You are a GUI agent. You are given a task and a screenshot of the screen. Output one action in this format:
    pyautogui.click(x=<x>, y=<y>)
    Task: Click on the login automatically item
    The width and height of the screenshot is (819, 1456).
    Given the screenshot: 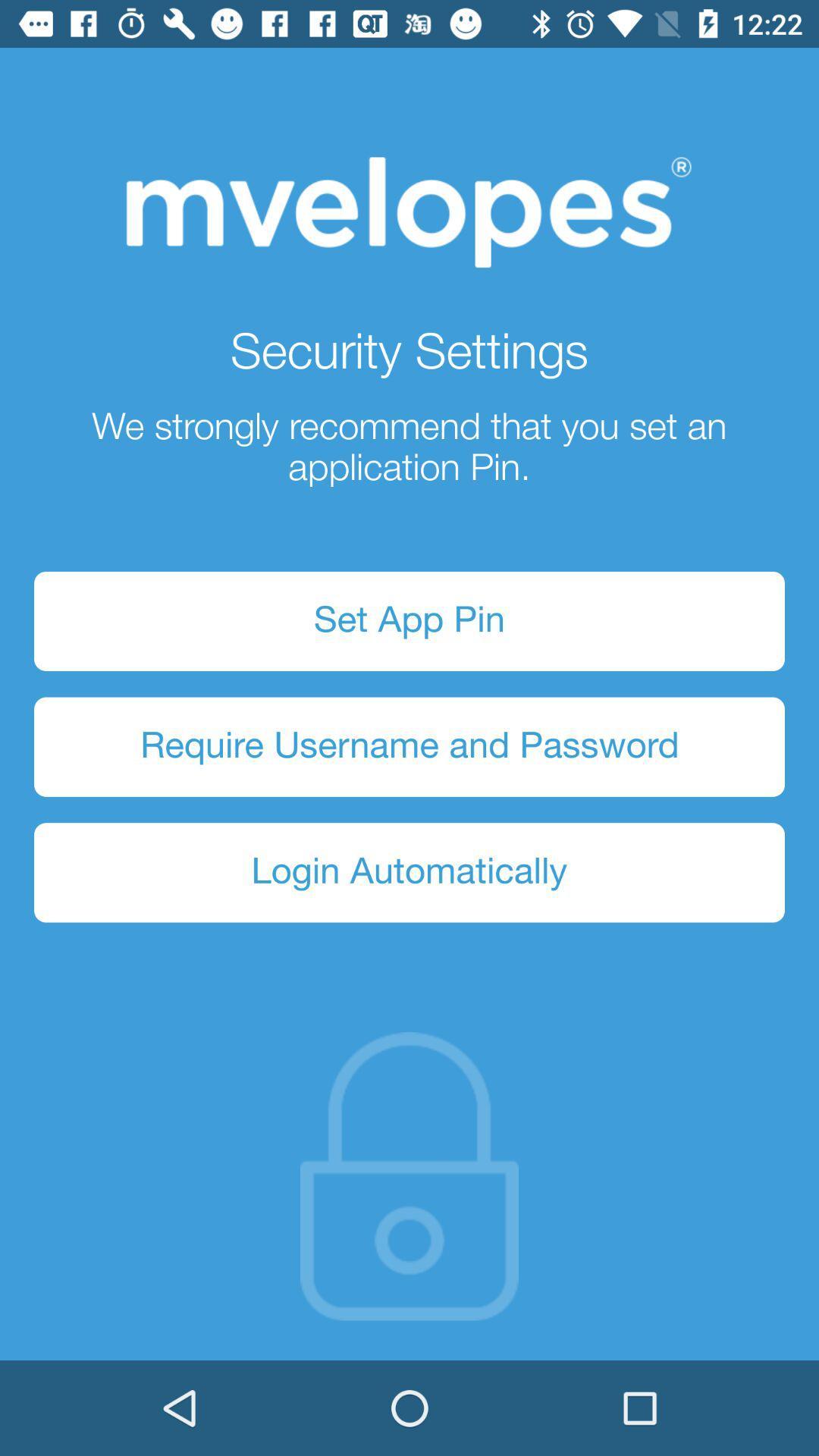 What is the action you would take?
    pyautogui.click(x=409, y=872)
    